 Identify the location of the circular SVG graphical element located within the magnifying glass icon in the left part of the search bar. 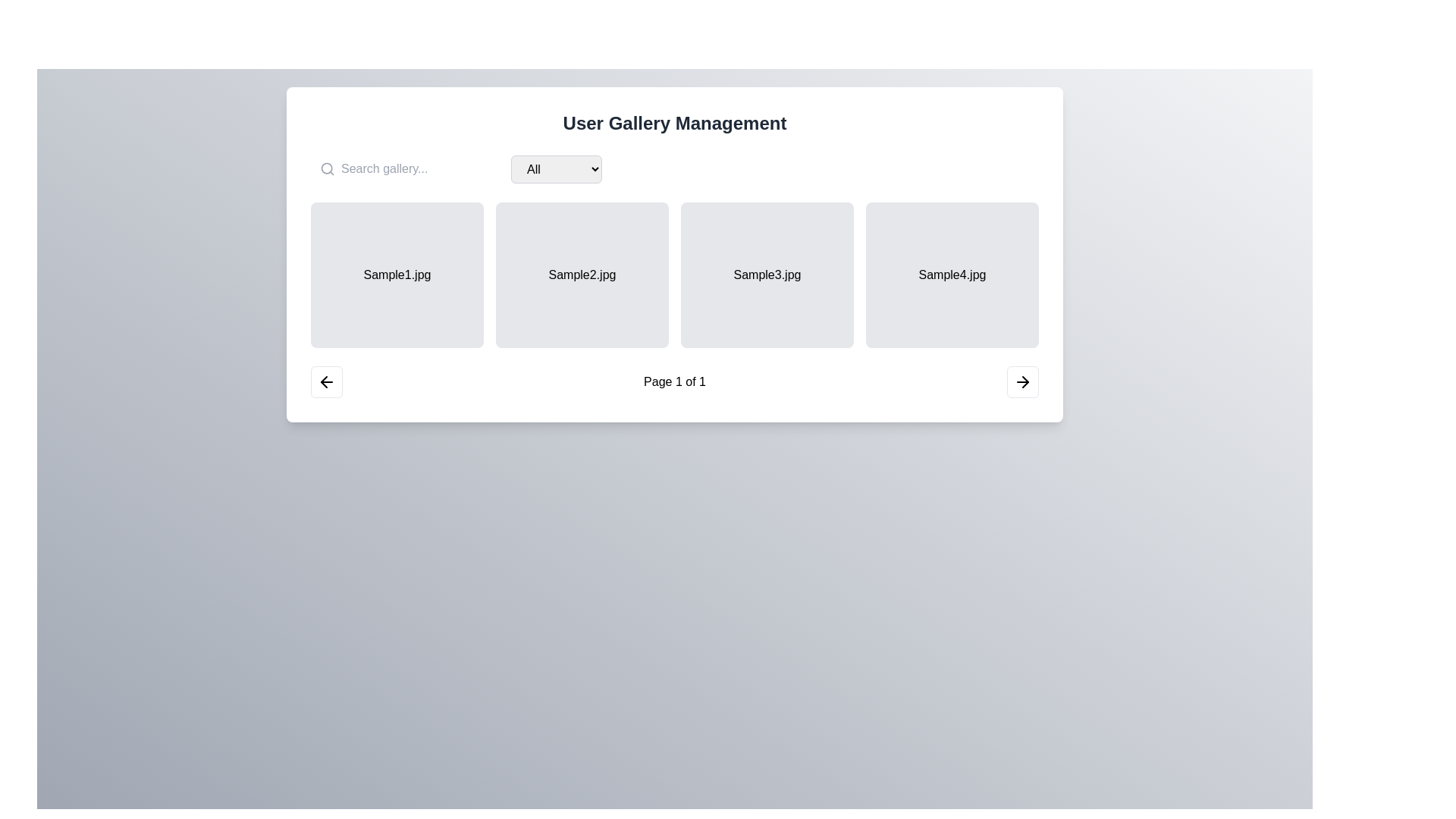
(326, 168).